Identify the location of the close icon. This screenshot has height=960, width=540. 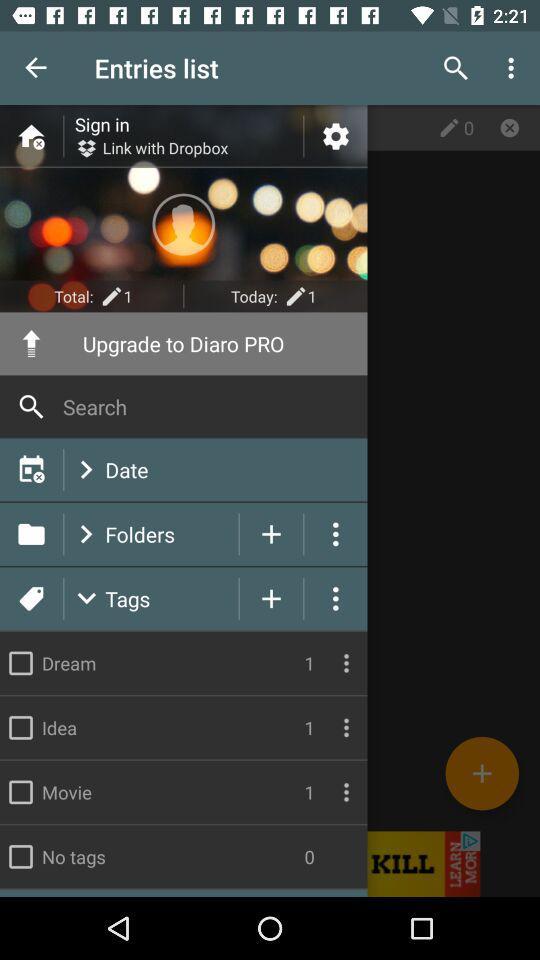
(509, 126).